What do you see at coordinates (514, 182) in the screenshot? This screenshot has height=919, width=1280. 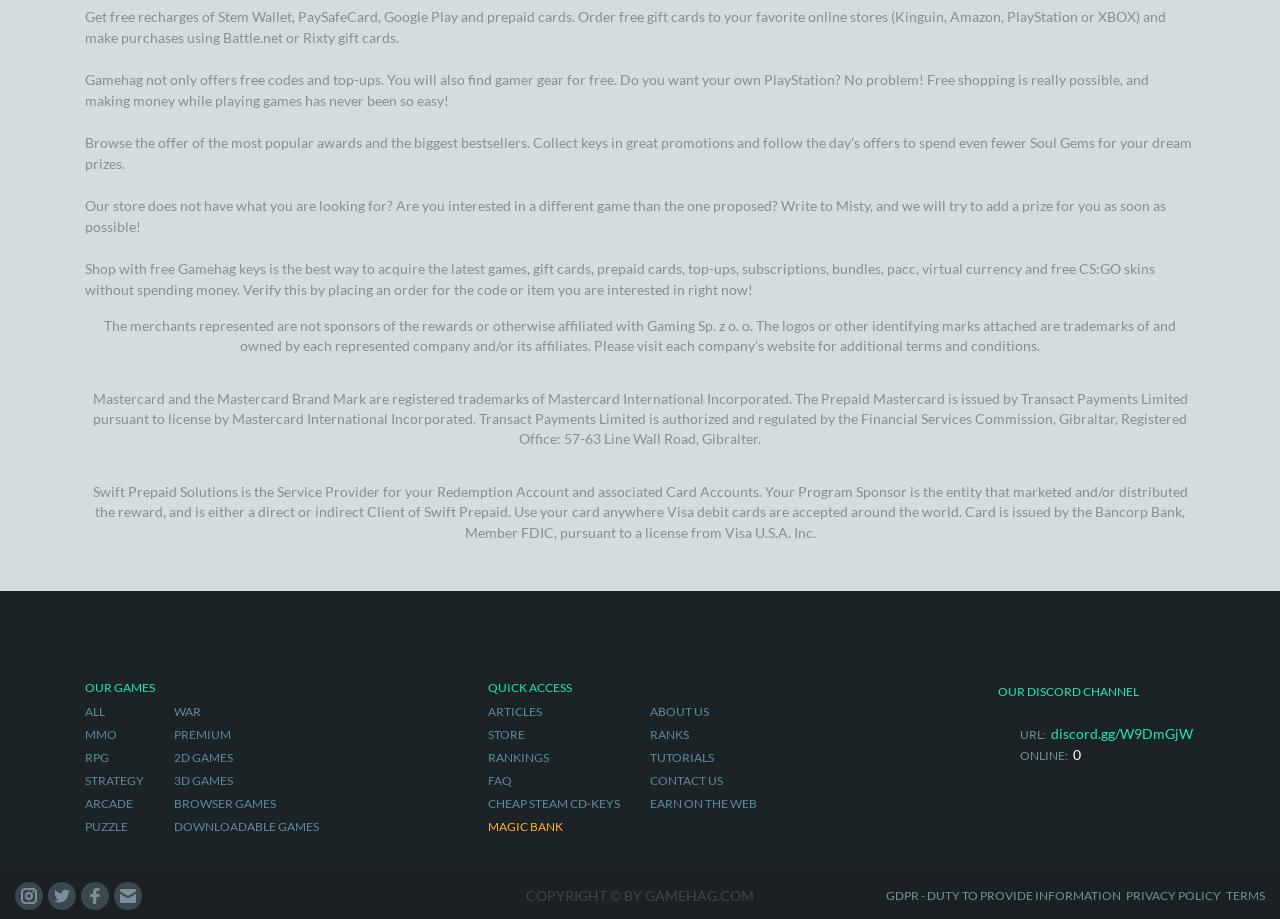 I see `'Articles'` at bounding box center [514, 182].